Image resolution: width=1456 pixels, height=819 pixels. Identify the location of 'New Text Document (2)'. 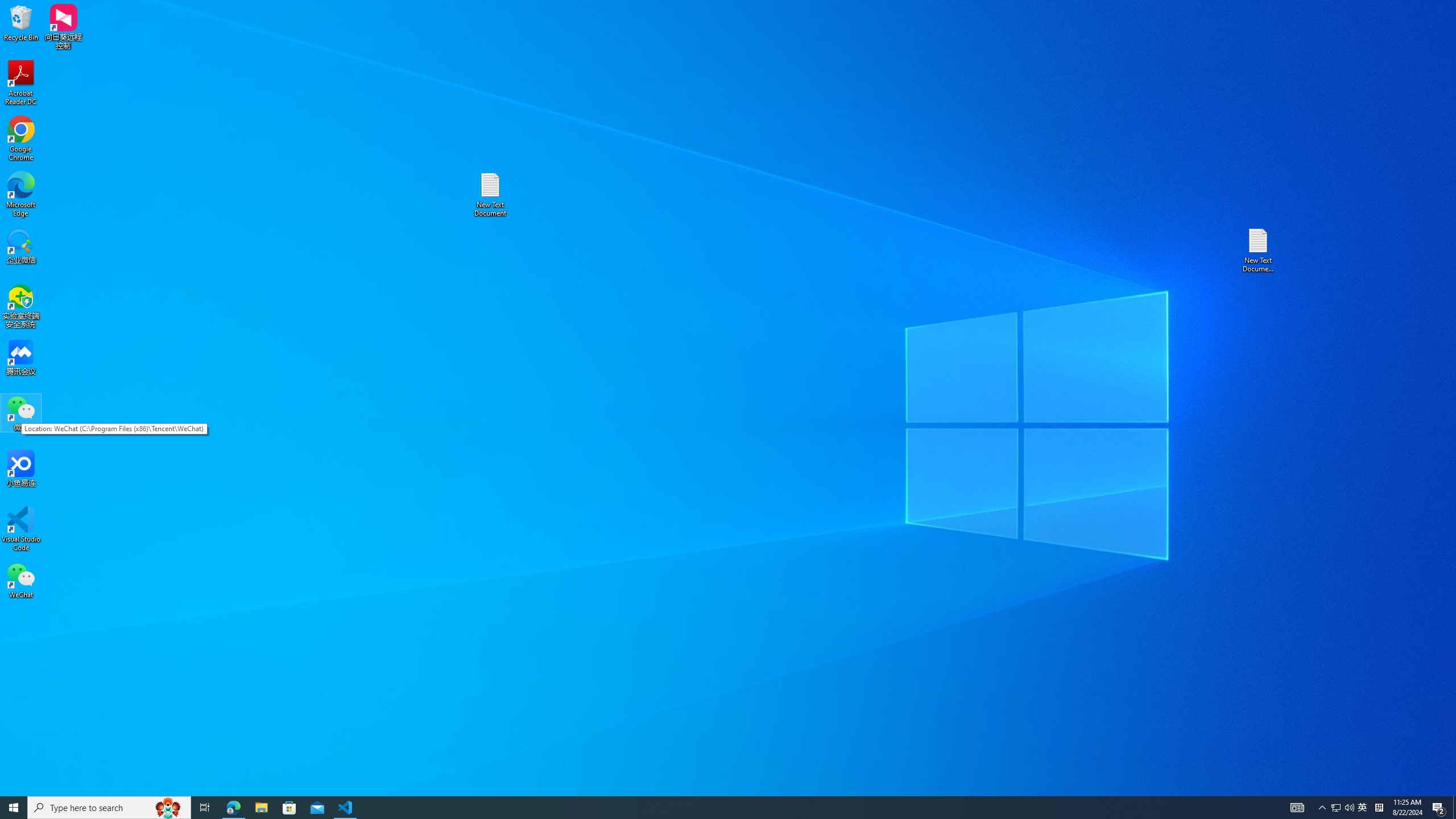
(1259, 249).